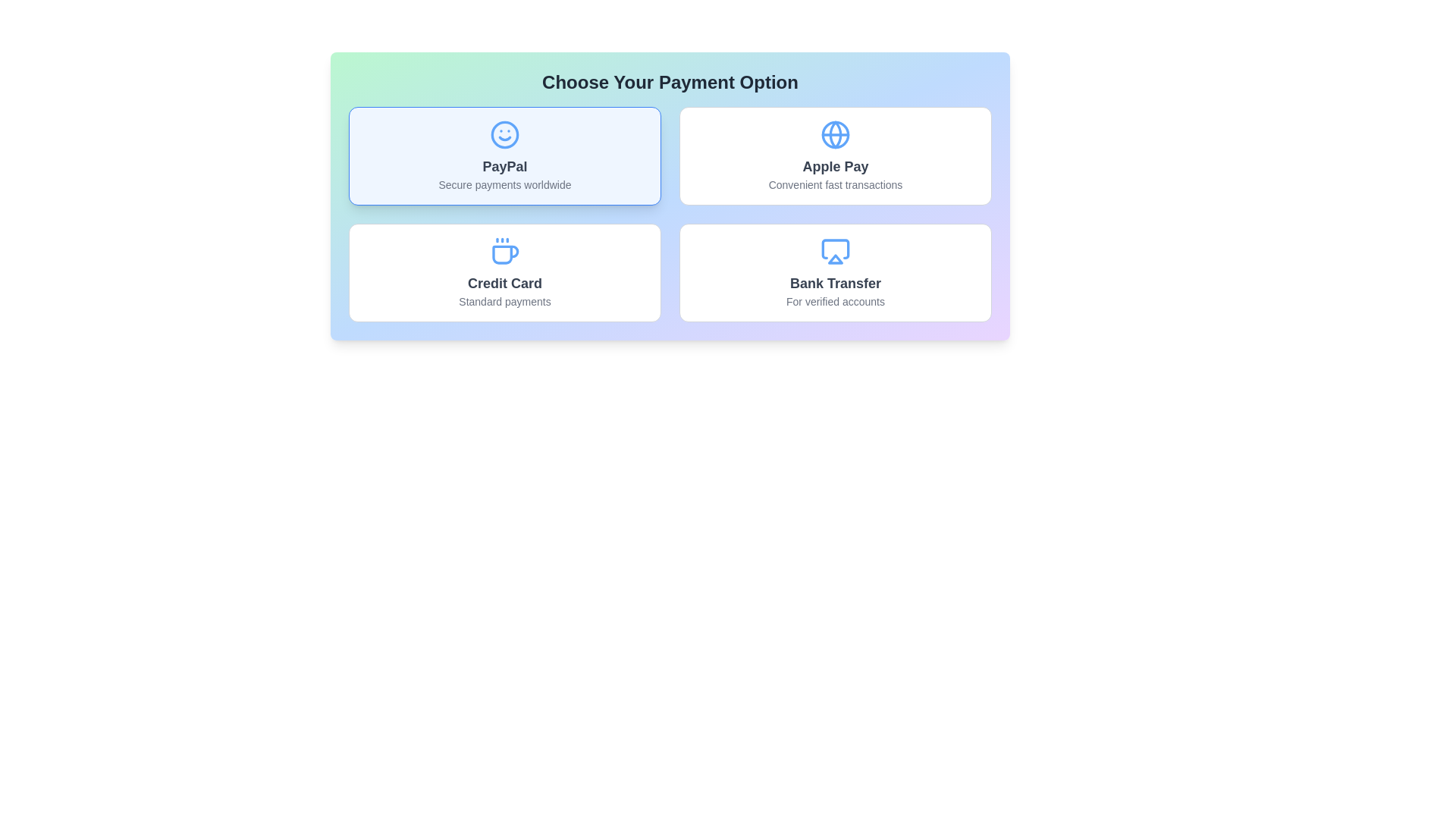  What do you see at coordinates (505, 254) in the screenshot?
I see `the coffee cup icon located centrally within the payment option interface, positioned under the 'Credit Card' payment method` at bounding box center [505, 254].